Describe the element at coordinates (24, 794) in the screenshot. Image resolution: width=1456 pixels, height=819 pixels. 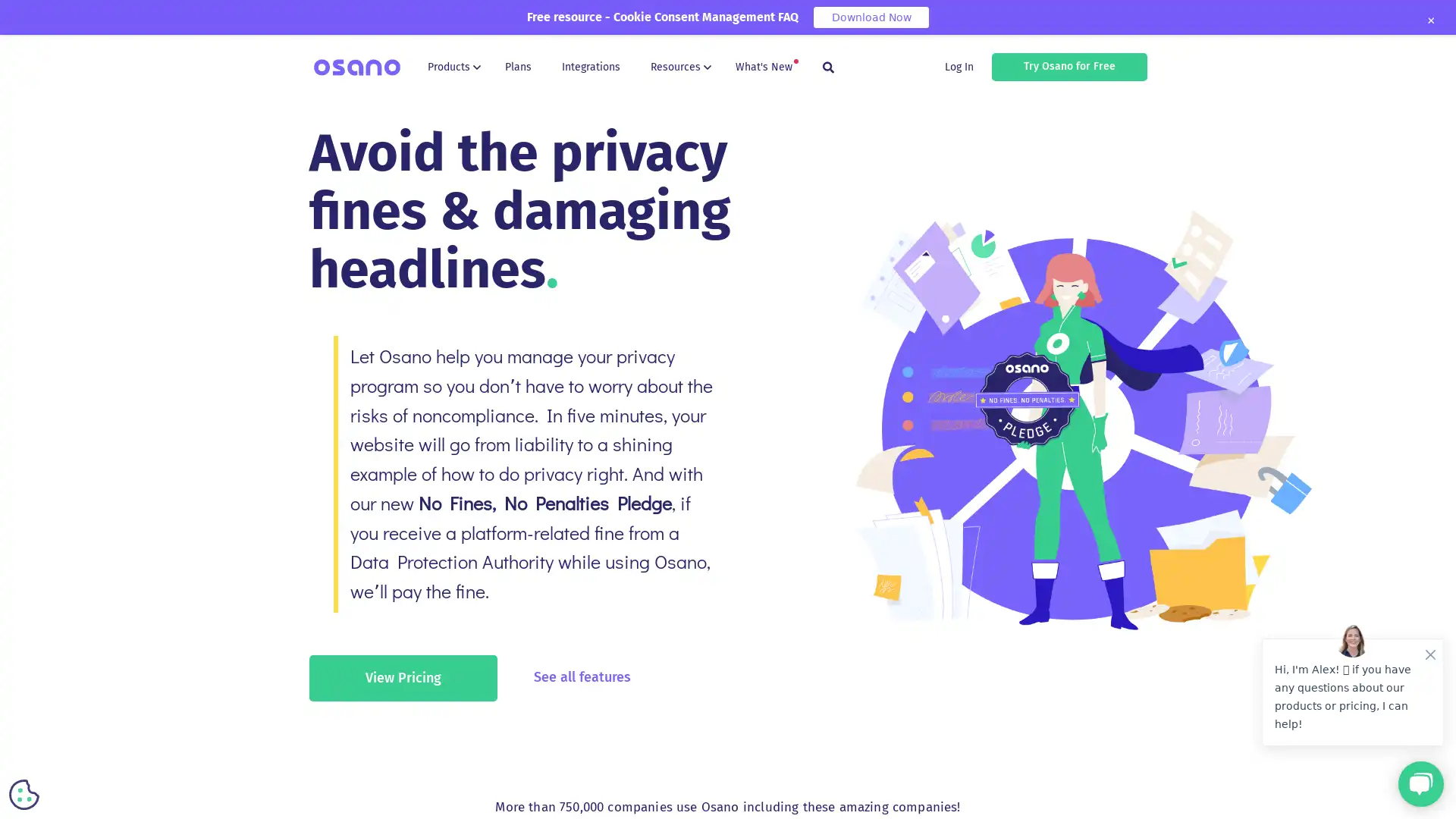
I see `Cookie Preferences` at that location.